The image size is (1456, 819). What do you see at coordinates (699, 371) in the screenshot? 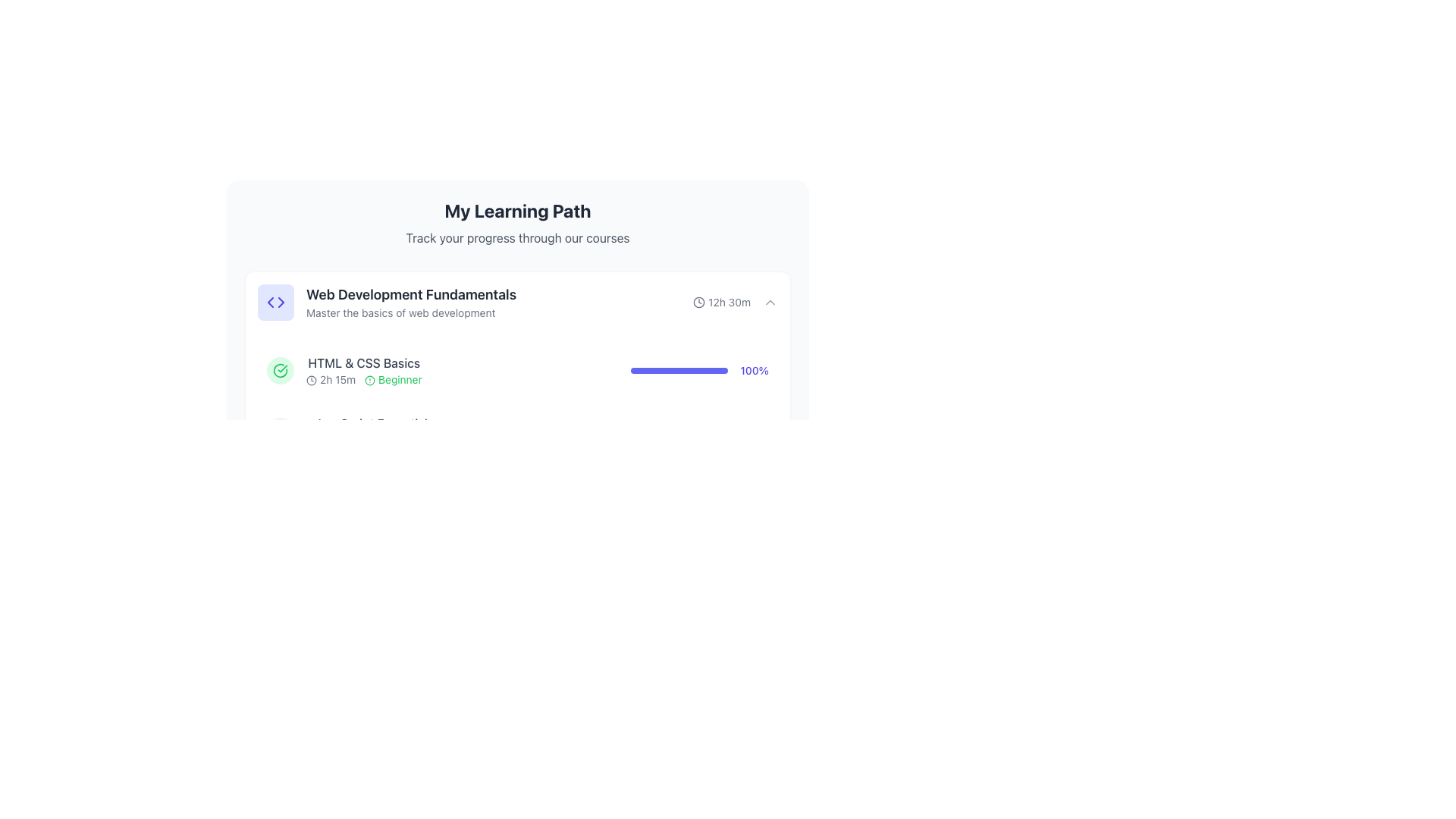
I see `the progress bar` at bounding box center [699, 371].